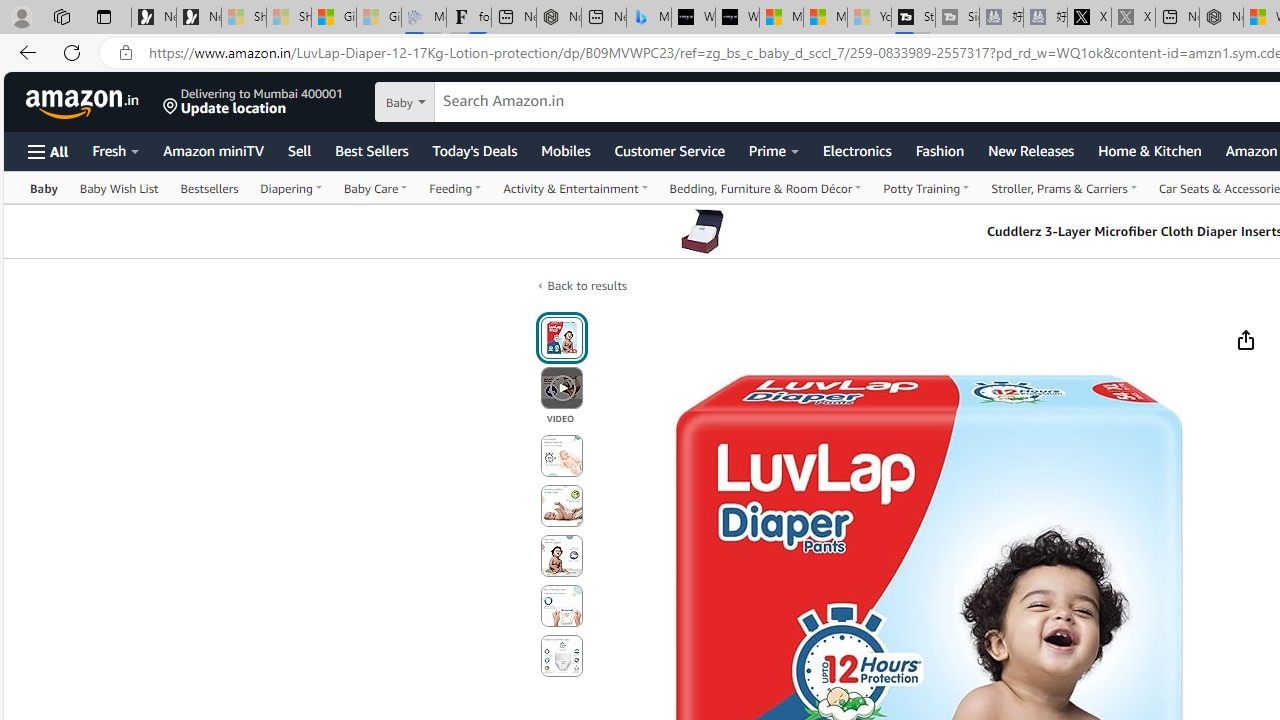 This screenshot has height=720, width=1280. I want to click on 'New Releases', so click(1031, 149).